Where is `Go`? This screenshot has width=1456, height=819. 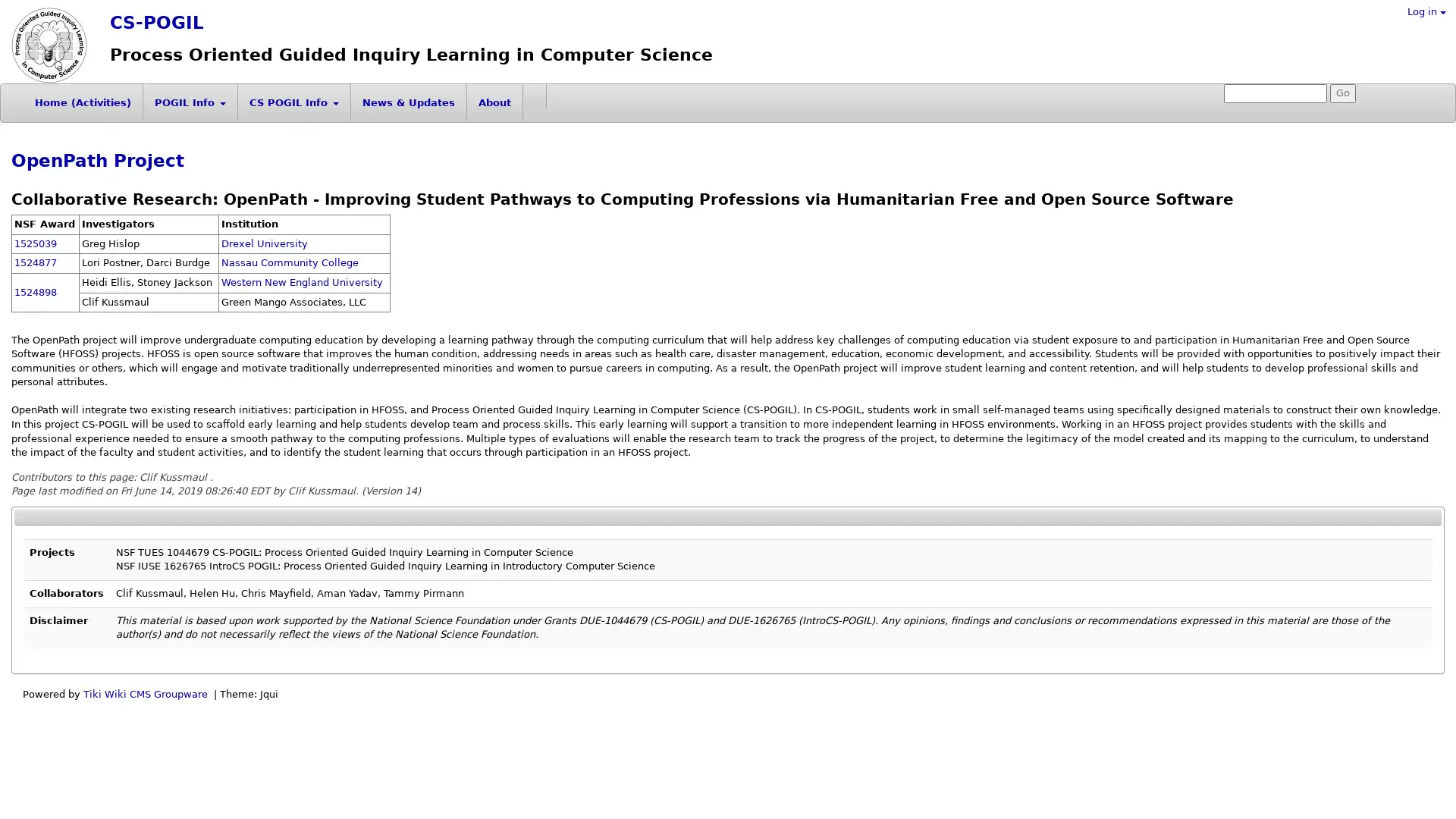
Go is located at coordinates (1343, 93).